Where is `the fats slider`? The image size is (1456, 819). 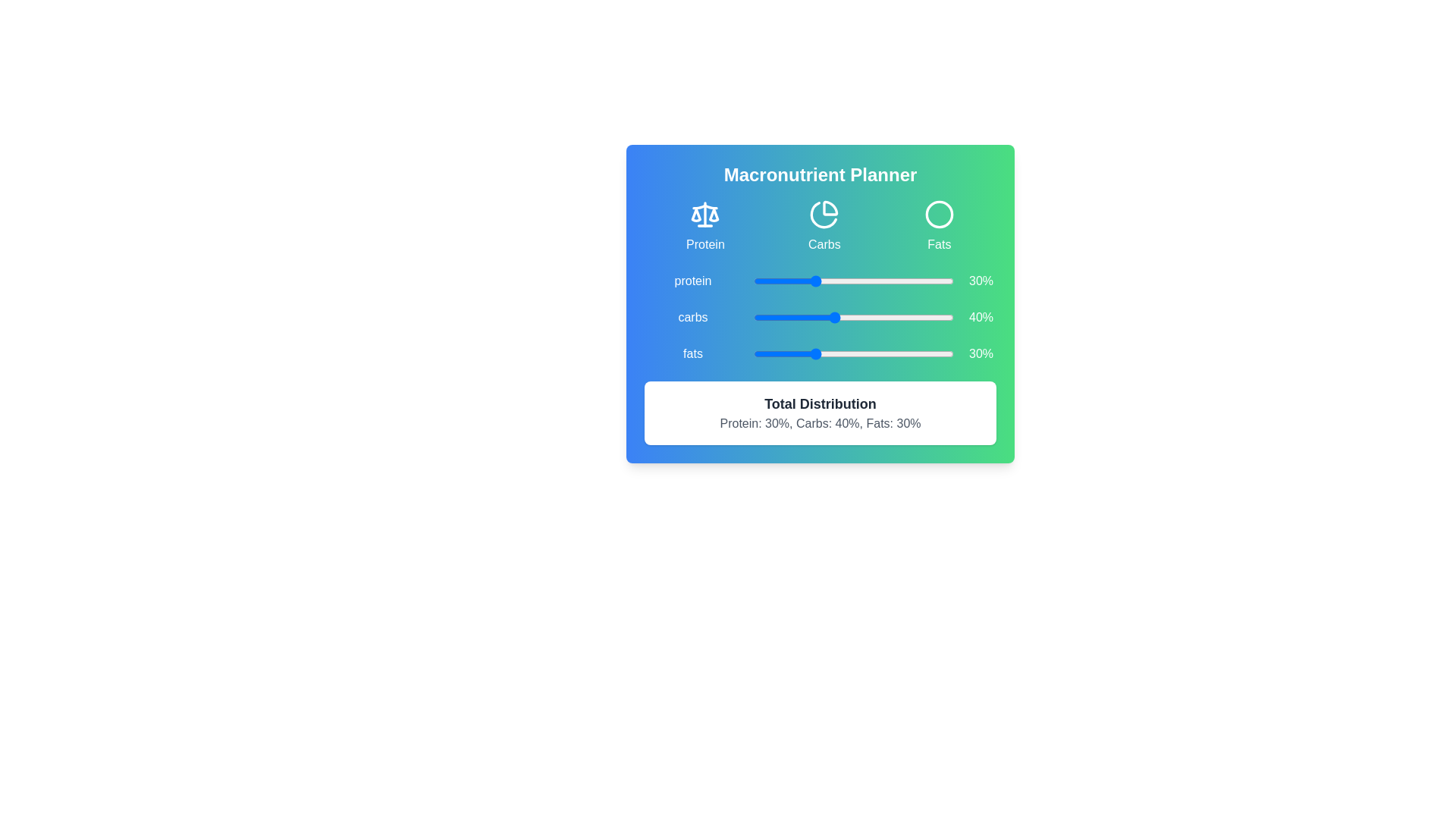
the fats slider is located at coordinates (833, 353).